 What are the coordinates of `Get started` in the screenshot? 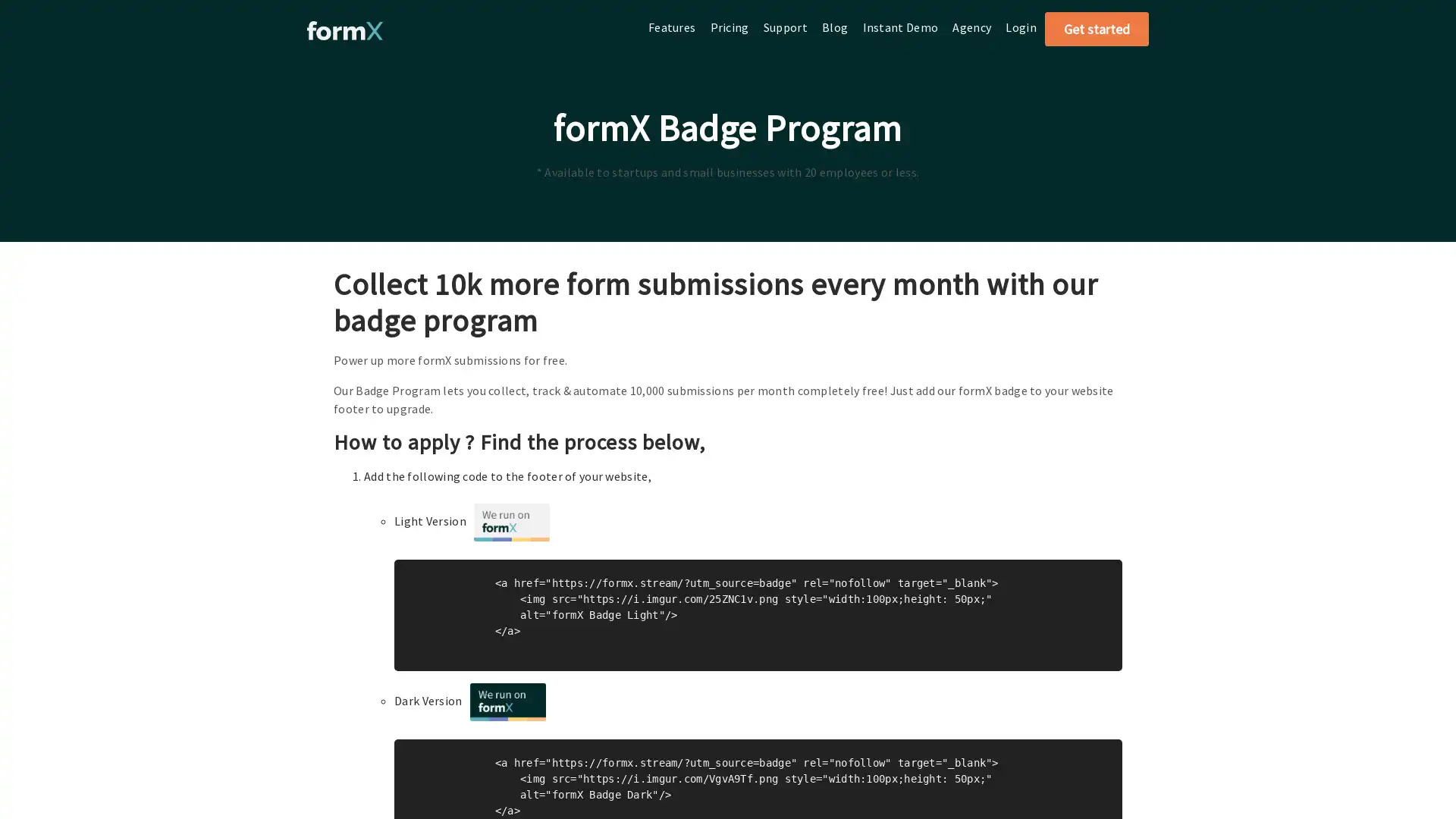 It's located at (1097, 29).